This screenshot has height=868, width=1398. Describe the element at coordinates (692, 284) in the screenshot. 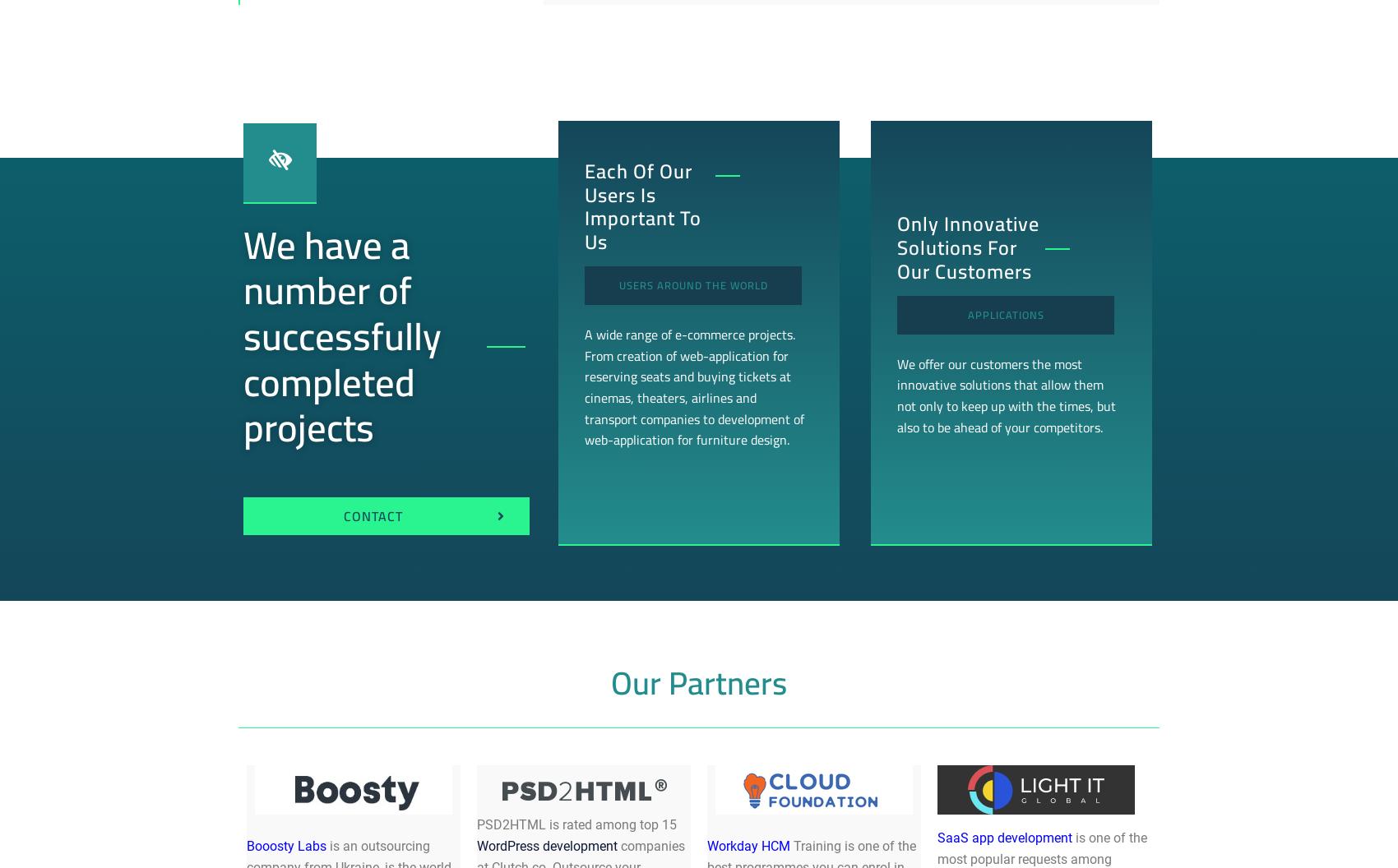

I see `'Users around the world'` at that location.